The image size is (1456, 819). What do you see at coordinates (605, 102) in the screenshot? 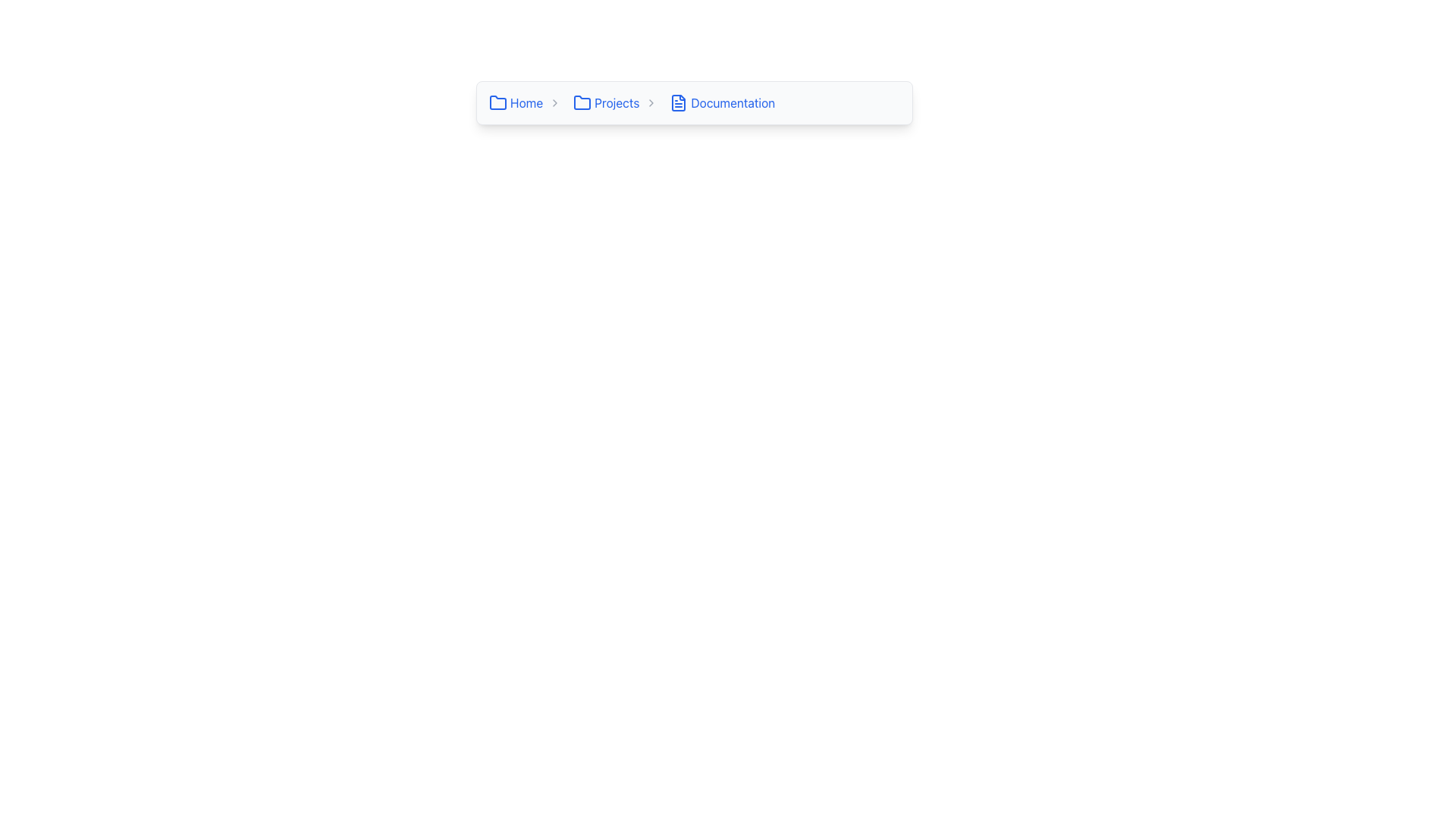
I see `the 'Projects' hyperlink in the breadcrumb navigation` at bounding box center [605, 102].